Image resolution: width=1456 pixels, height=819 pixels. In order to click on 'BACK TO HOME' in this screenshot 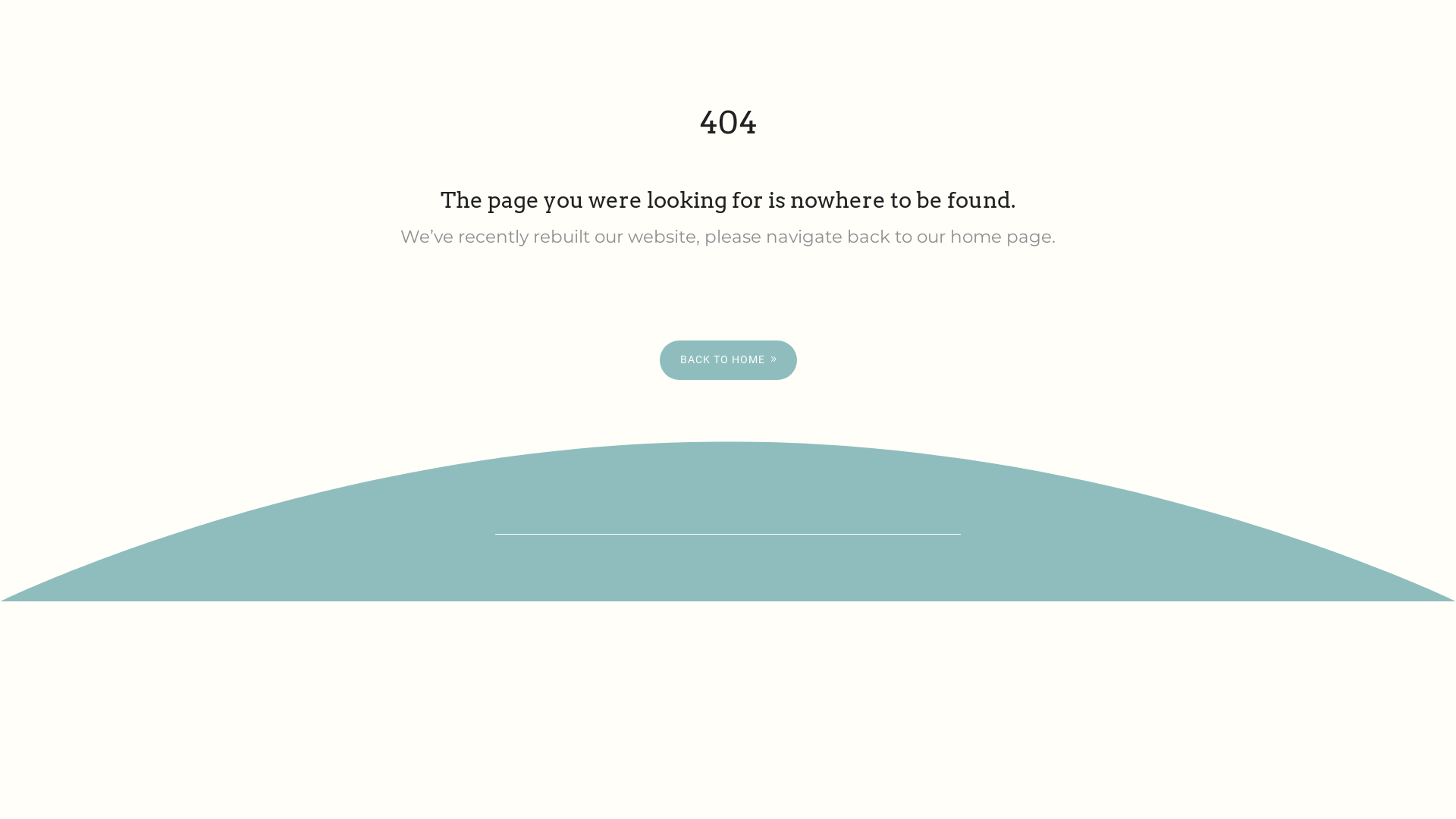, I will do `click(728, 359)`.